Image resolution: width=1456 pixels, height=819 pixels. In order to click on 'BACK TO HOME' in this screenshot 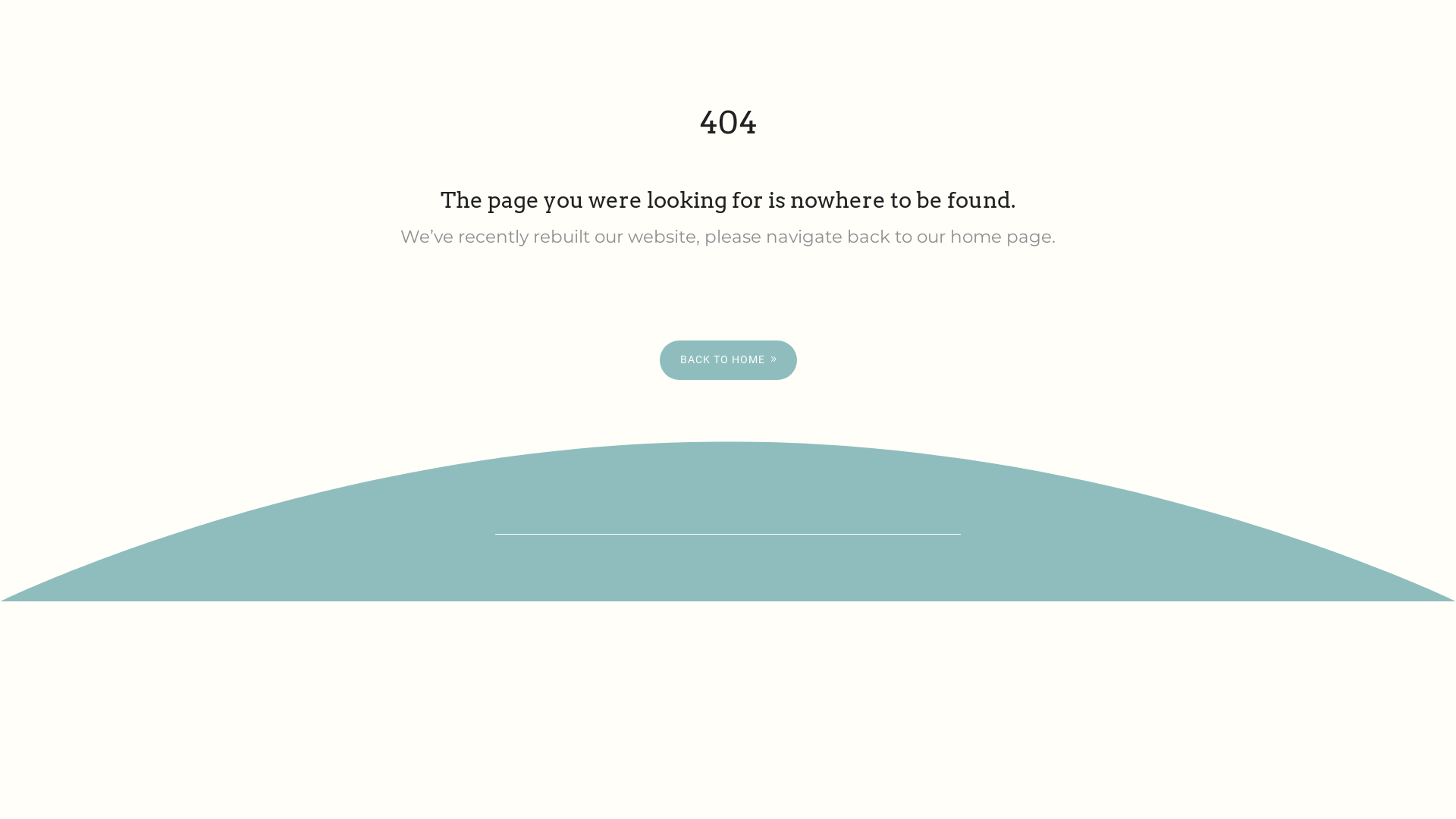, I will do `click(728, 359)`.